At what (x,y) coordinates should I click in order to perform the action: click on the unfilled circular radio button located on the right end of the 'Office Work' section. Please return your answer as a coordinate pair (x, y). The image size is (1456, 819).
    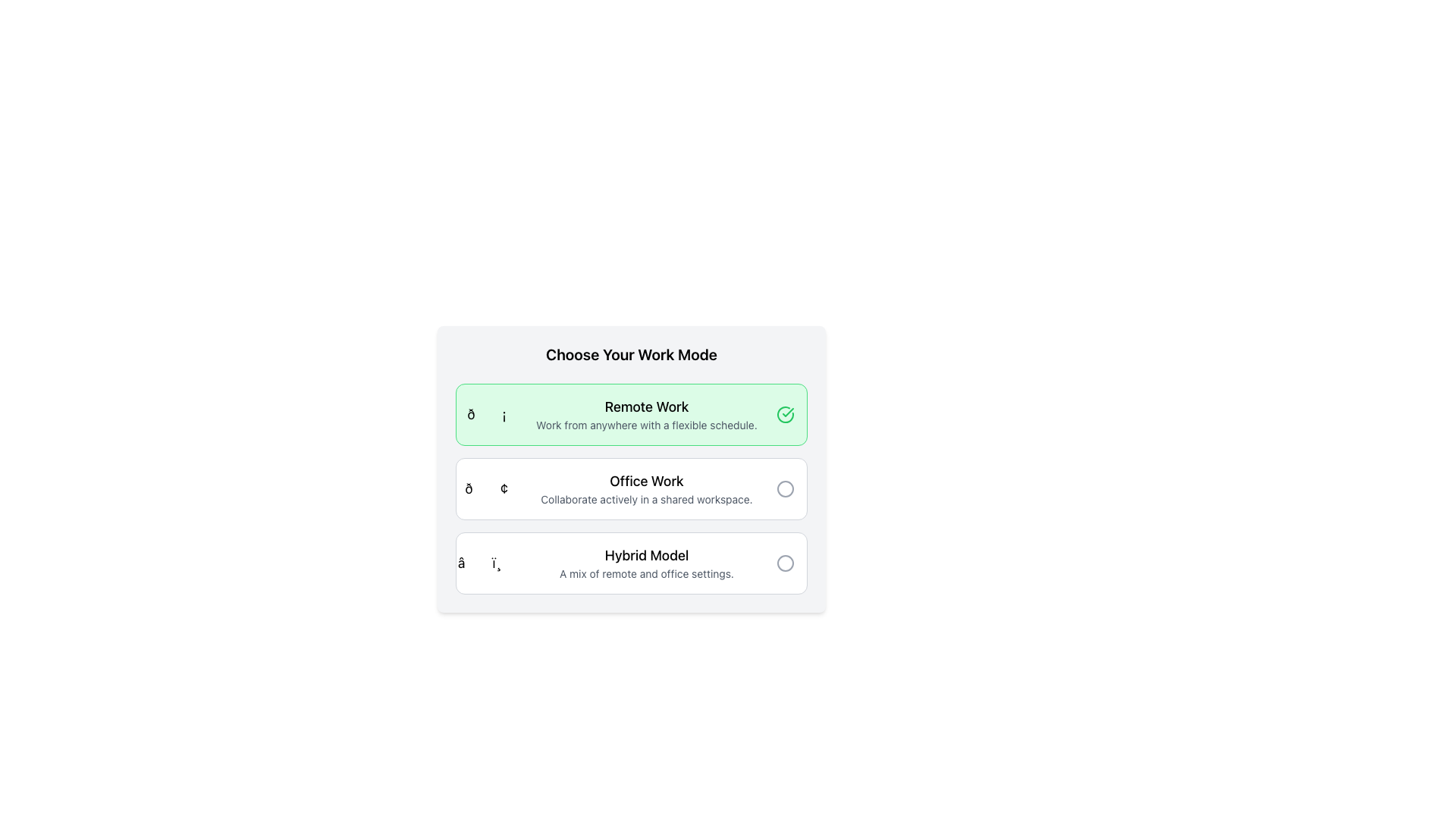
    Looking at the image, I should click on (786, 488).